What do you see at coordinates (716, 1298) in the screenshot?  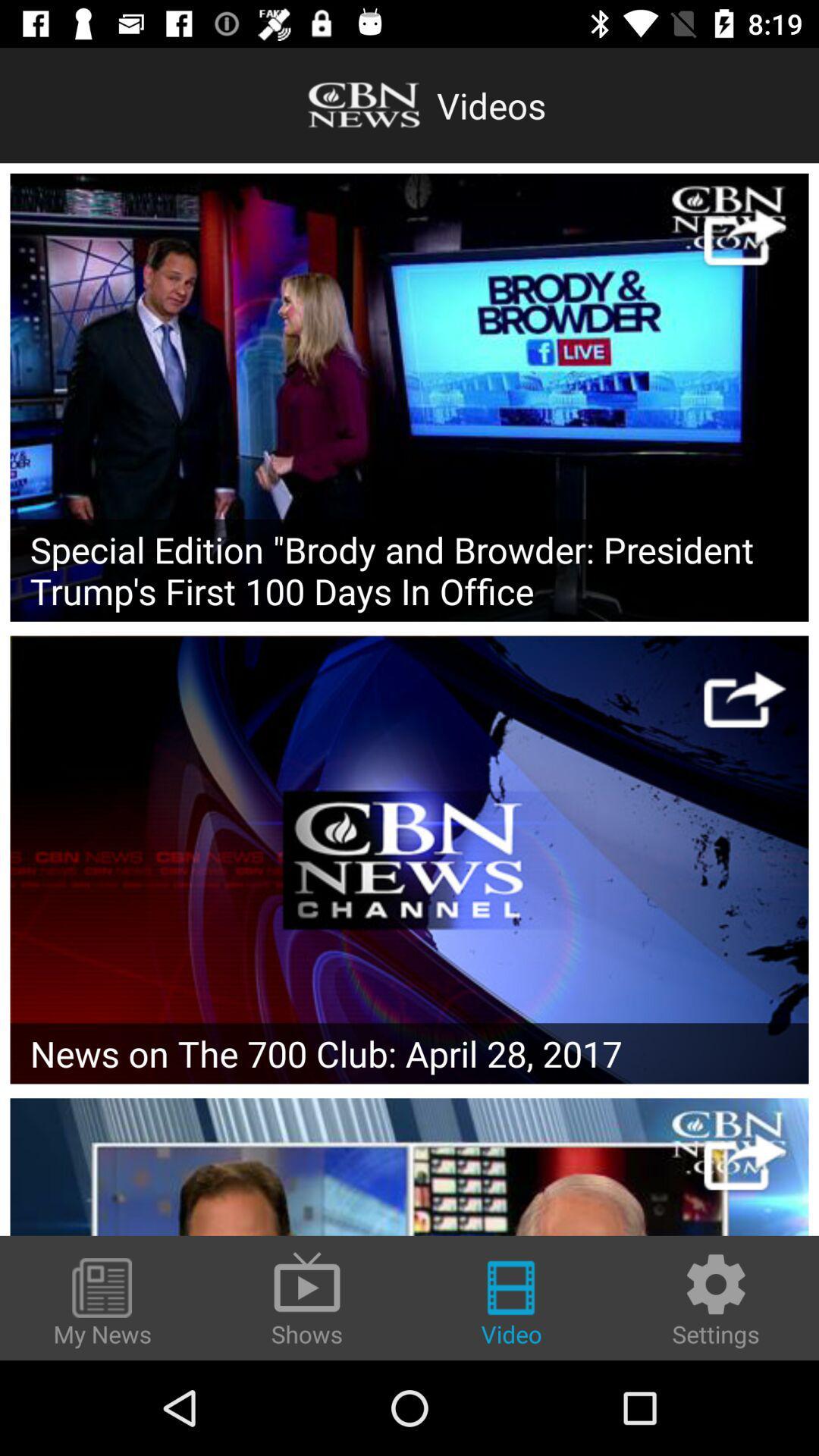 I see `settings icon` at bounding box center [716, 1298].